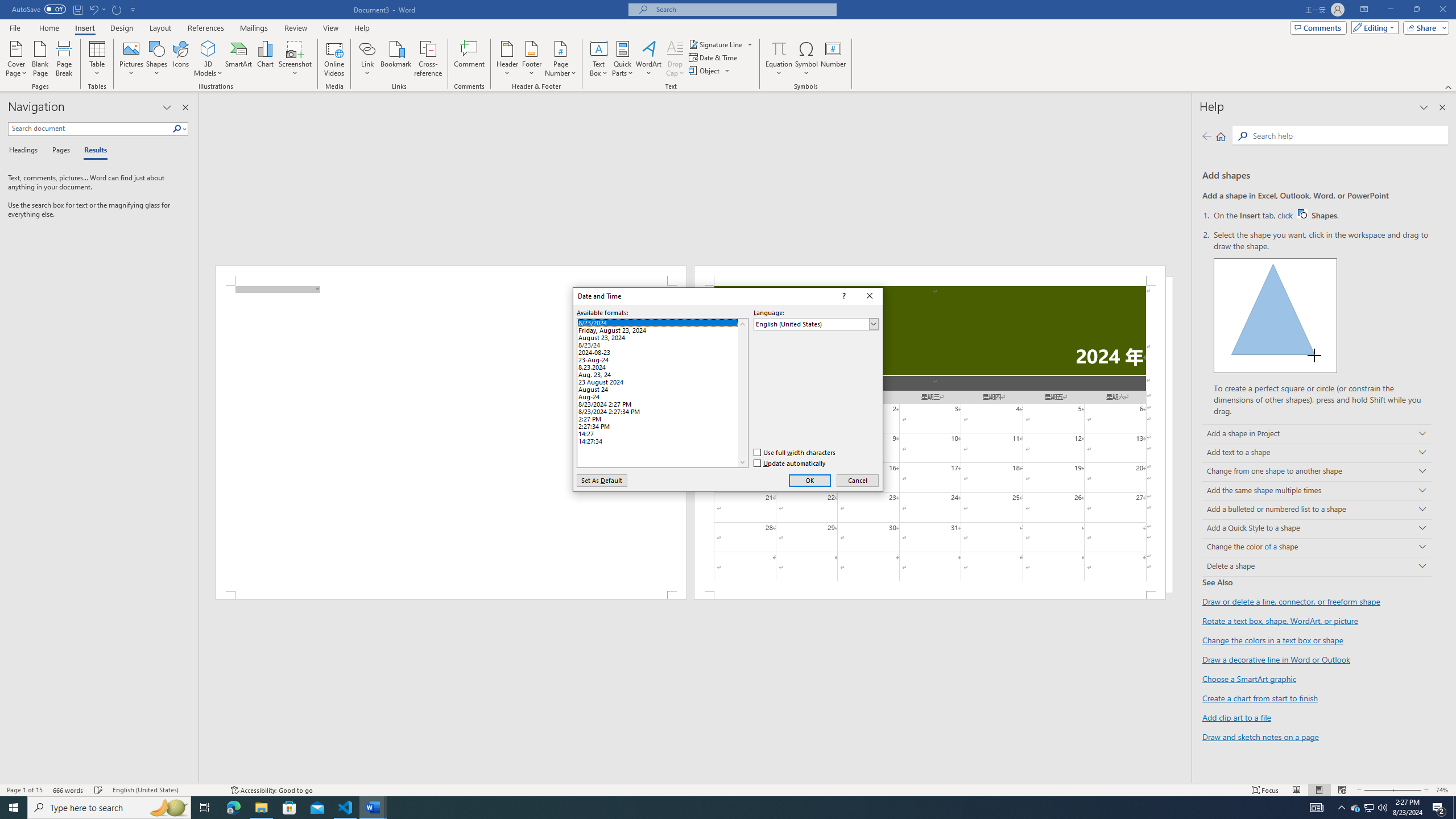  What do you see at coordinates (1260, 736) in the screenshot?
I see `'Draw and sketch notes on a page'` at bounding box center [1260, 736].